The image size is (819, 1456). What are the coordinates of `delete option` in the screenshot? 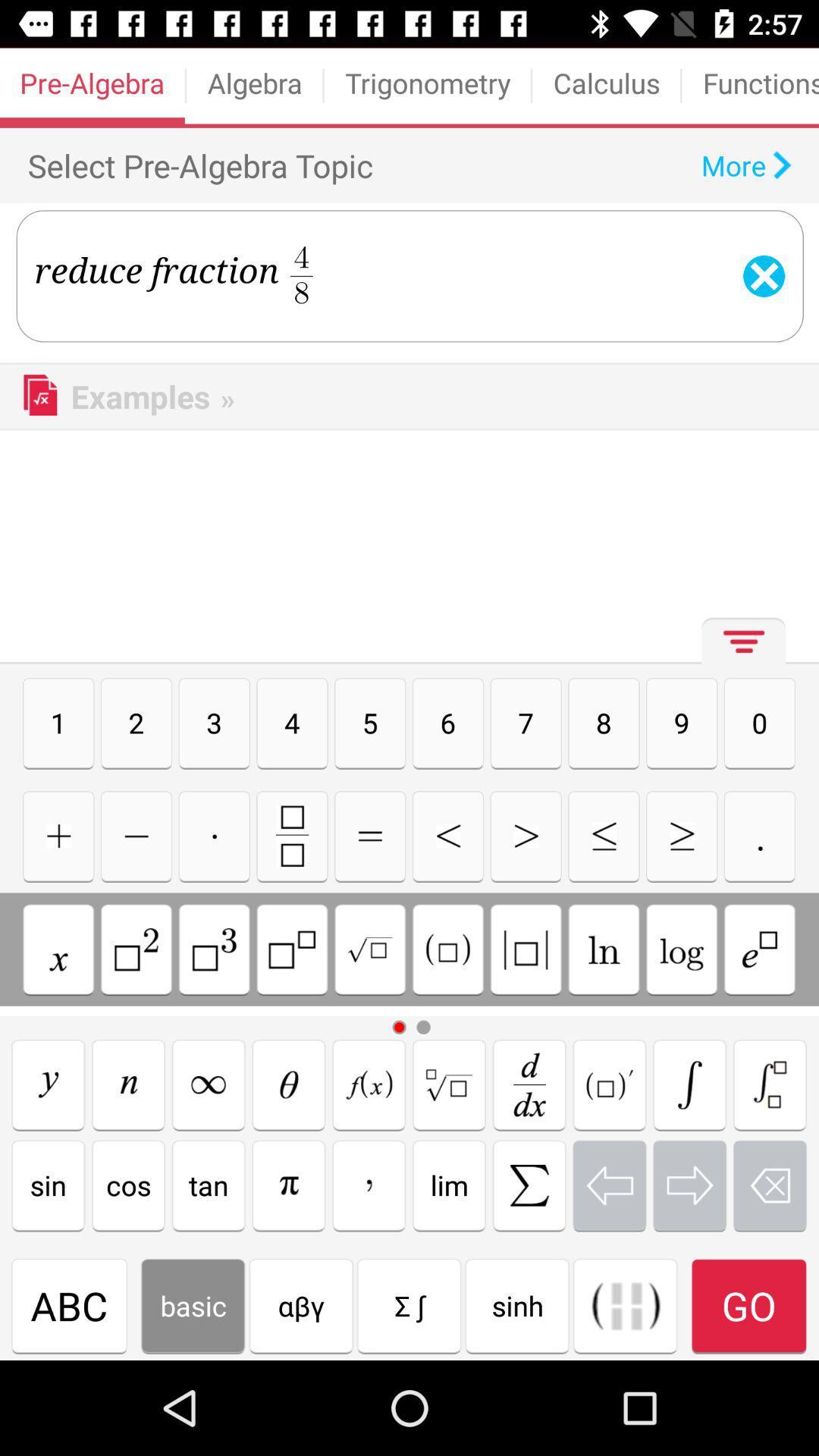 It's located at (770, 1185).